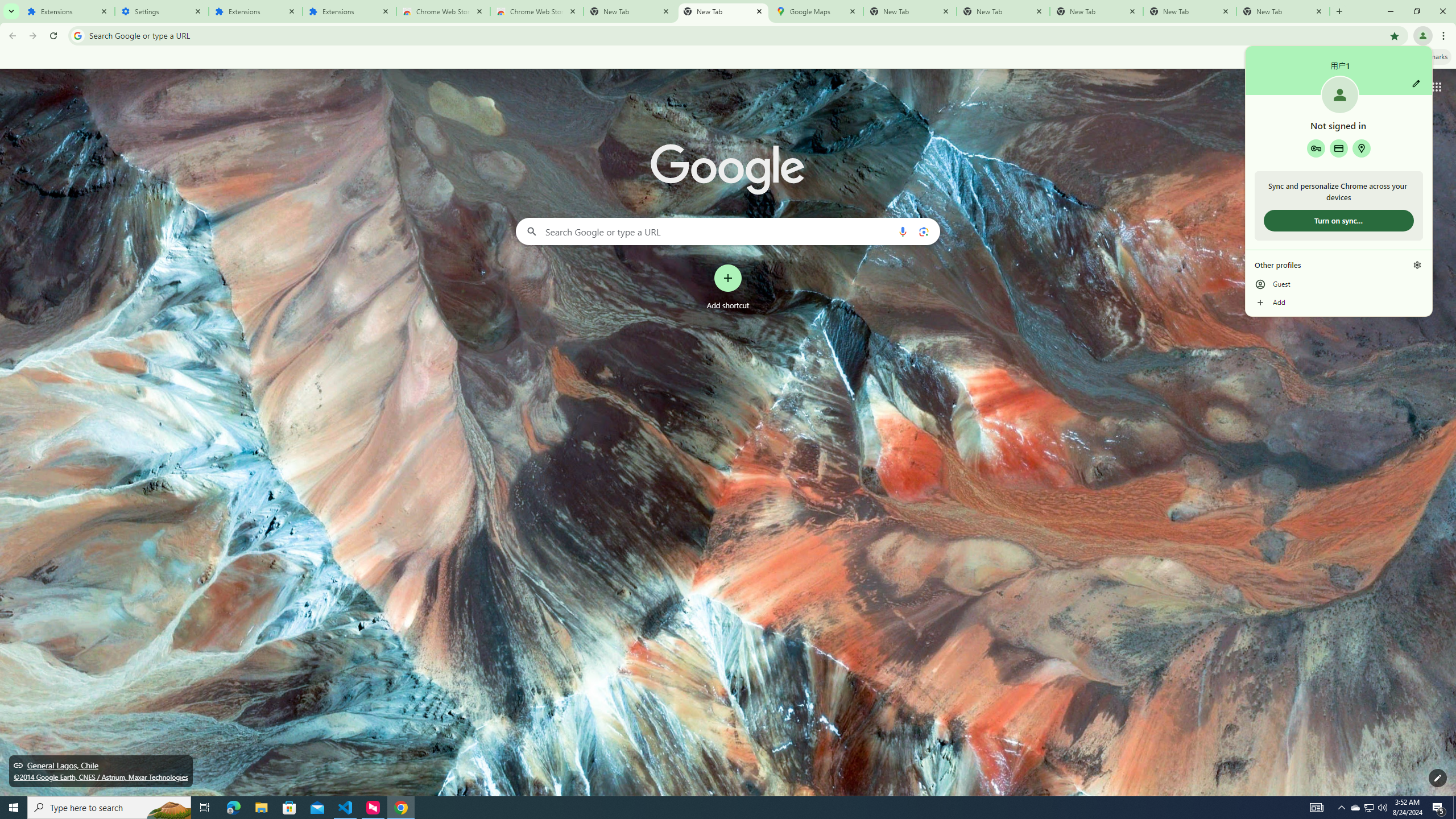 The height and width of the screenshot is (819, 1456). What do you see at coordinates (401, 806) in the screenshot?
I see `'Google Chrome - 1 running window'` at bounding box center [401, 806].